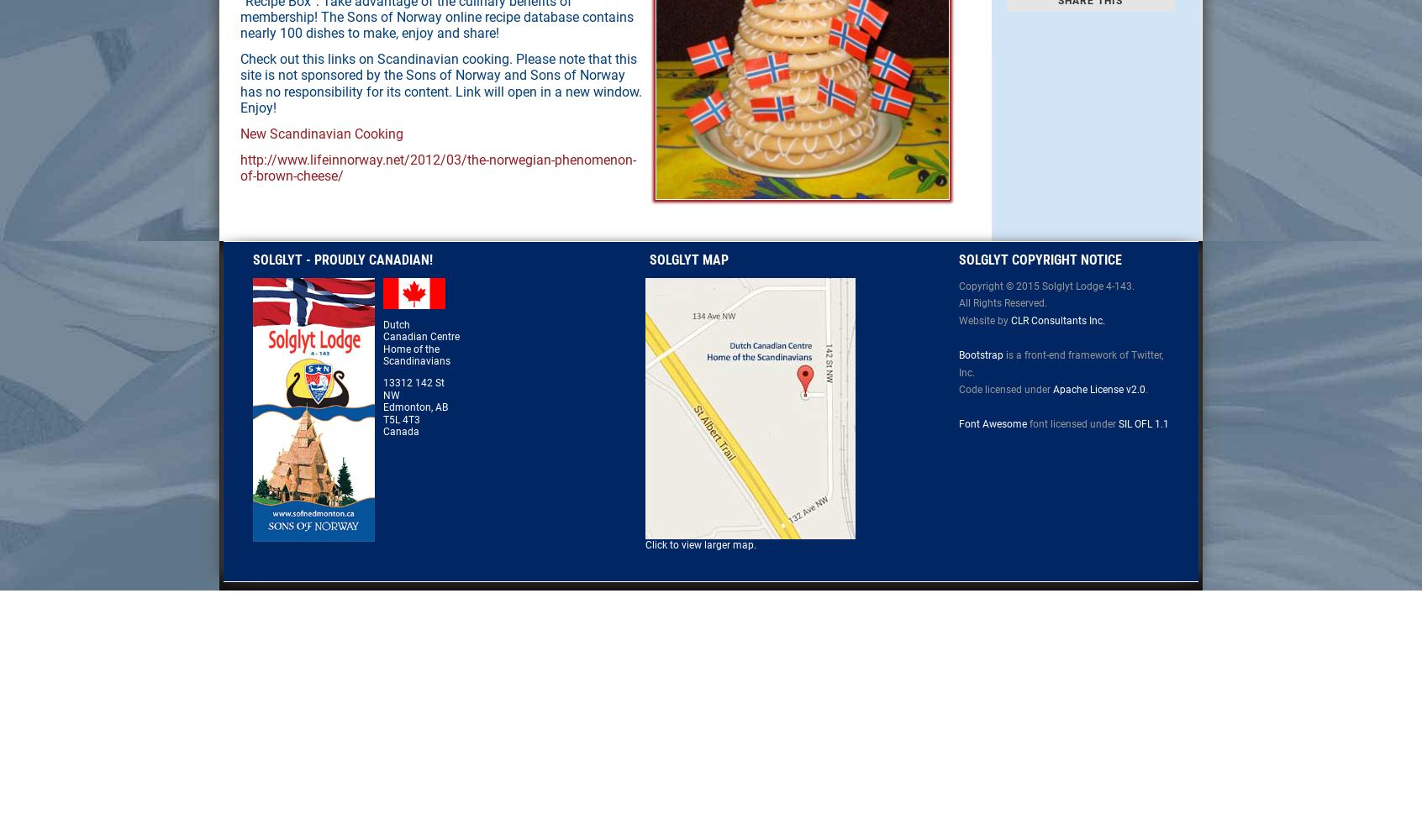 This screenshot has width=1422, height=840. I want to click on 'Apache License v2.0', so click(1098, 389).